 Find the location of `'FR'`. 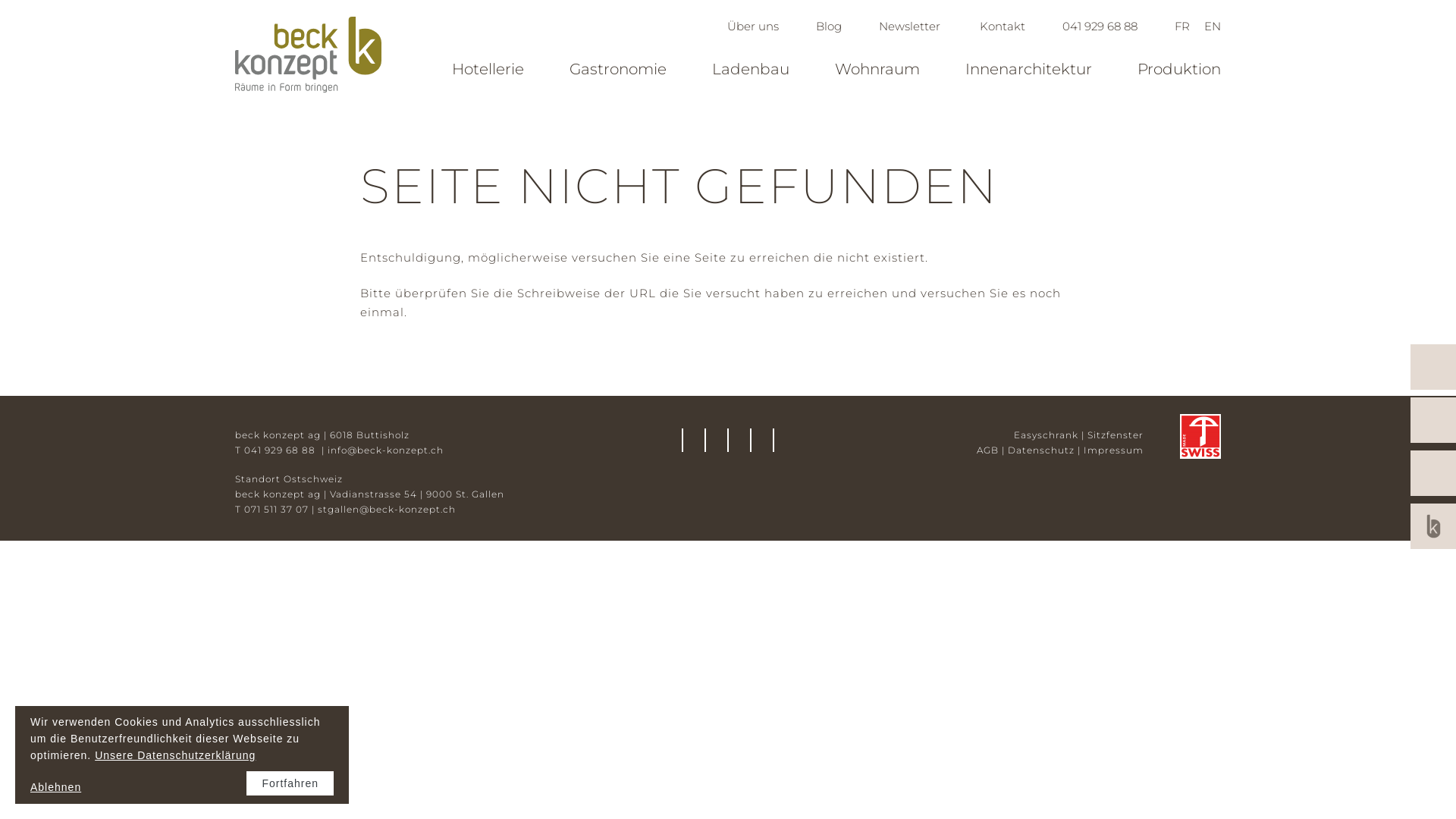

'FR' is located at coordinates (1181, 26).